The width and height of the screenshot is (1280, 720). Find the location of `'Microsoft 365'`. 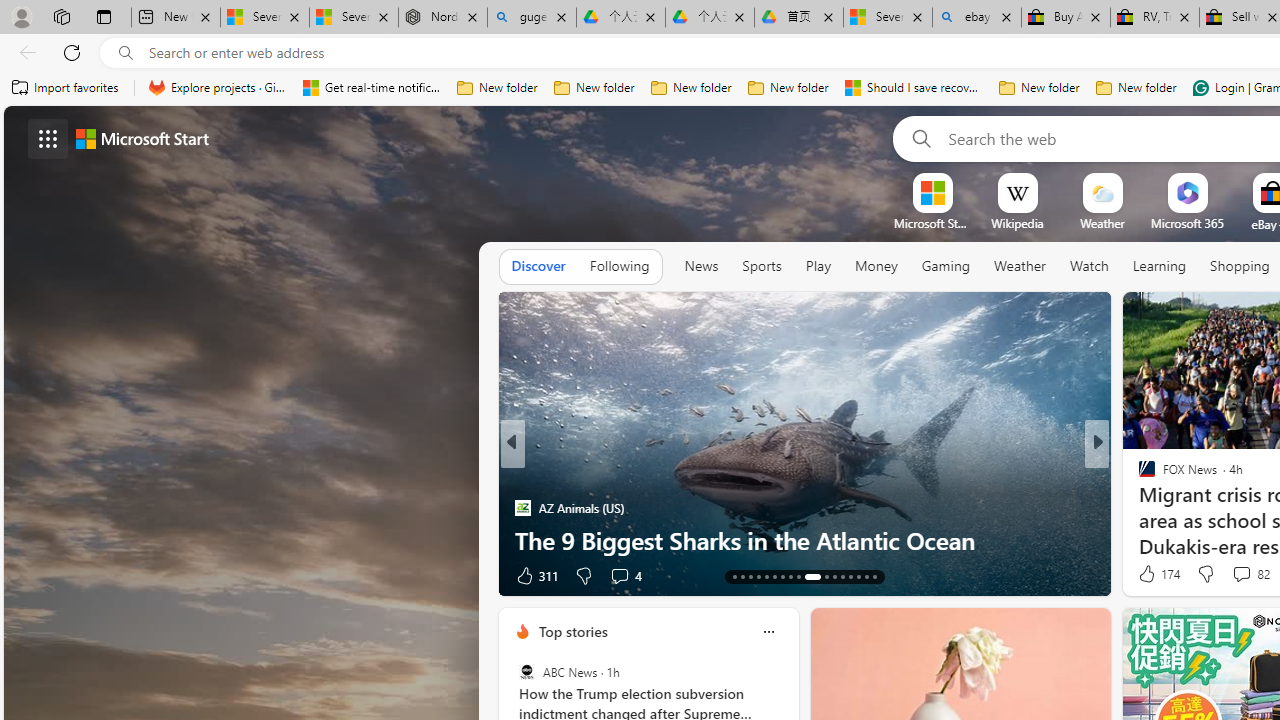

'Microsoft 365' is located at coordinates (1187, 223).